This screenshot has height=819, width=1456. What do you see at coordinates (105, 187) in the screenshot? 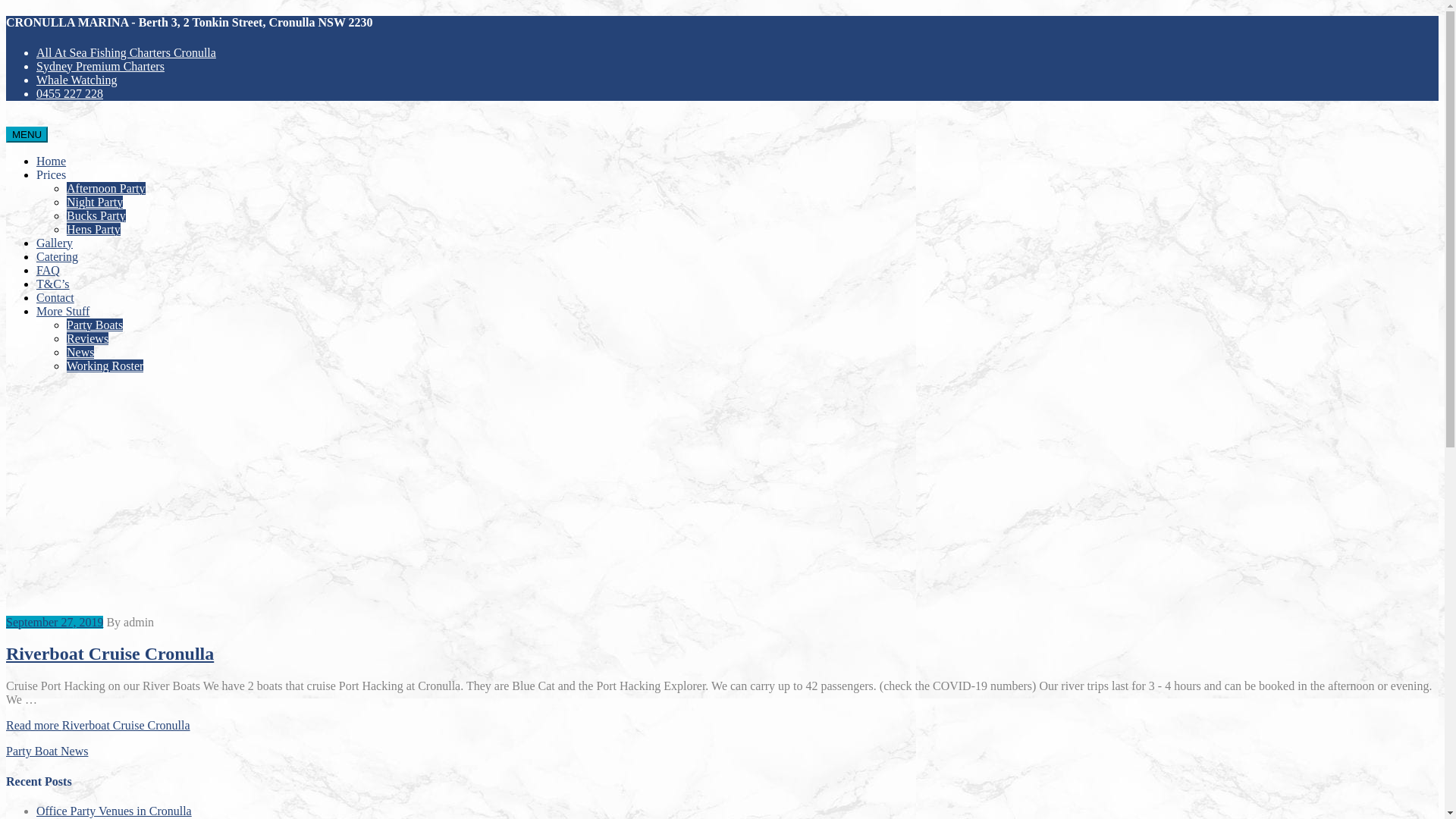
I see `'Afternoon Party'` at bounding box center [105, 187].